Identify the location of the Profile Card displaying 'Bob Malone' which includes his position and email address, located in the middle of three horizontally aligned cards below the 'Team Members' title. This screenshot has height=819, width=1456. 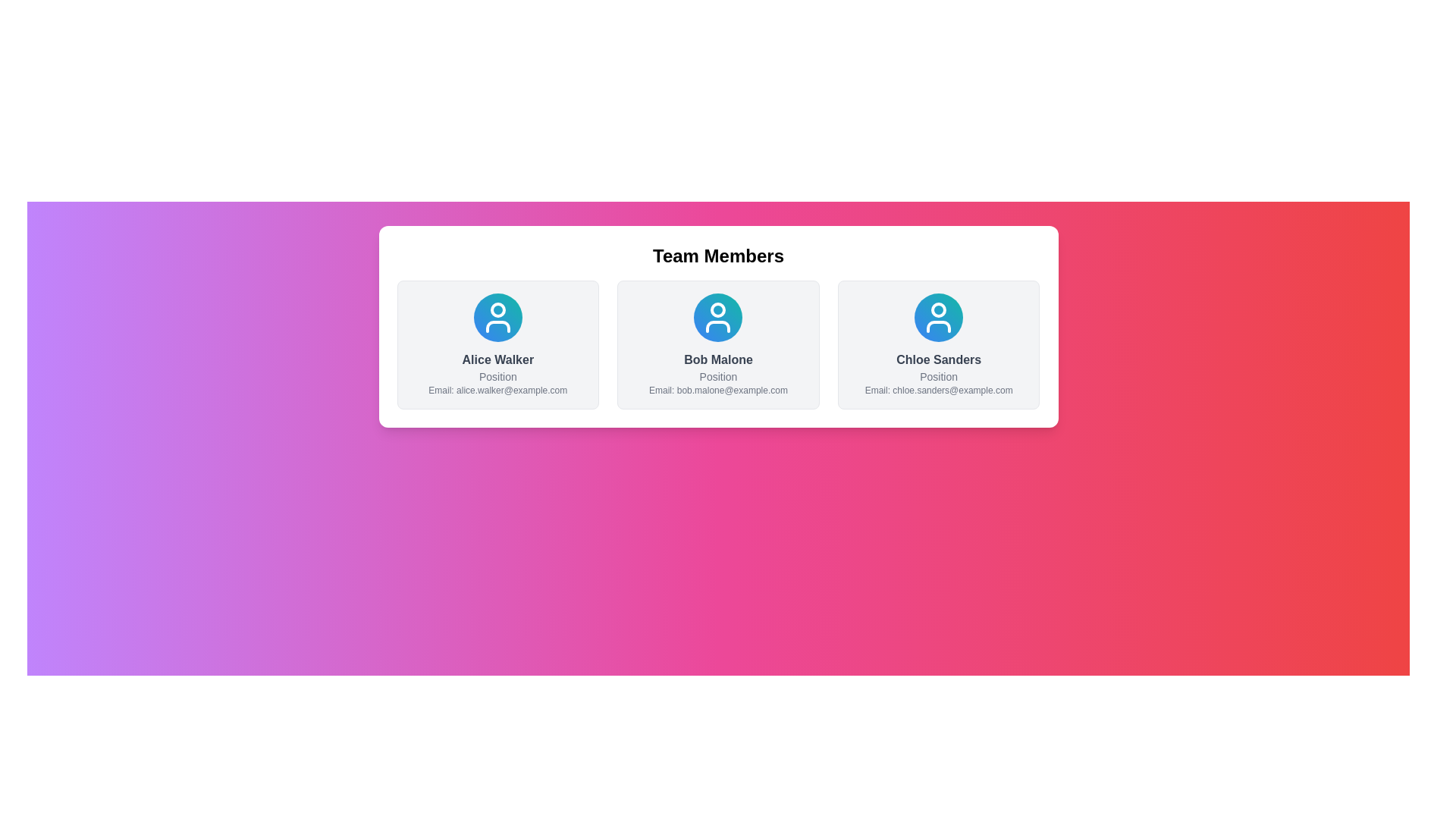
(717, 345).